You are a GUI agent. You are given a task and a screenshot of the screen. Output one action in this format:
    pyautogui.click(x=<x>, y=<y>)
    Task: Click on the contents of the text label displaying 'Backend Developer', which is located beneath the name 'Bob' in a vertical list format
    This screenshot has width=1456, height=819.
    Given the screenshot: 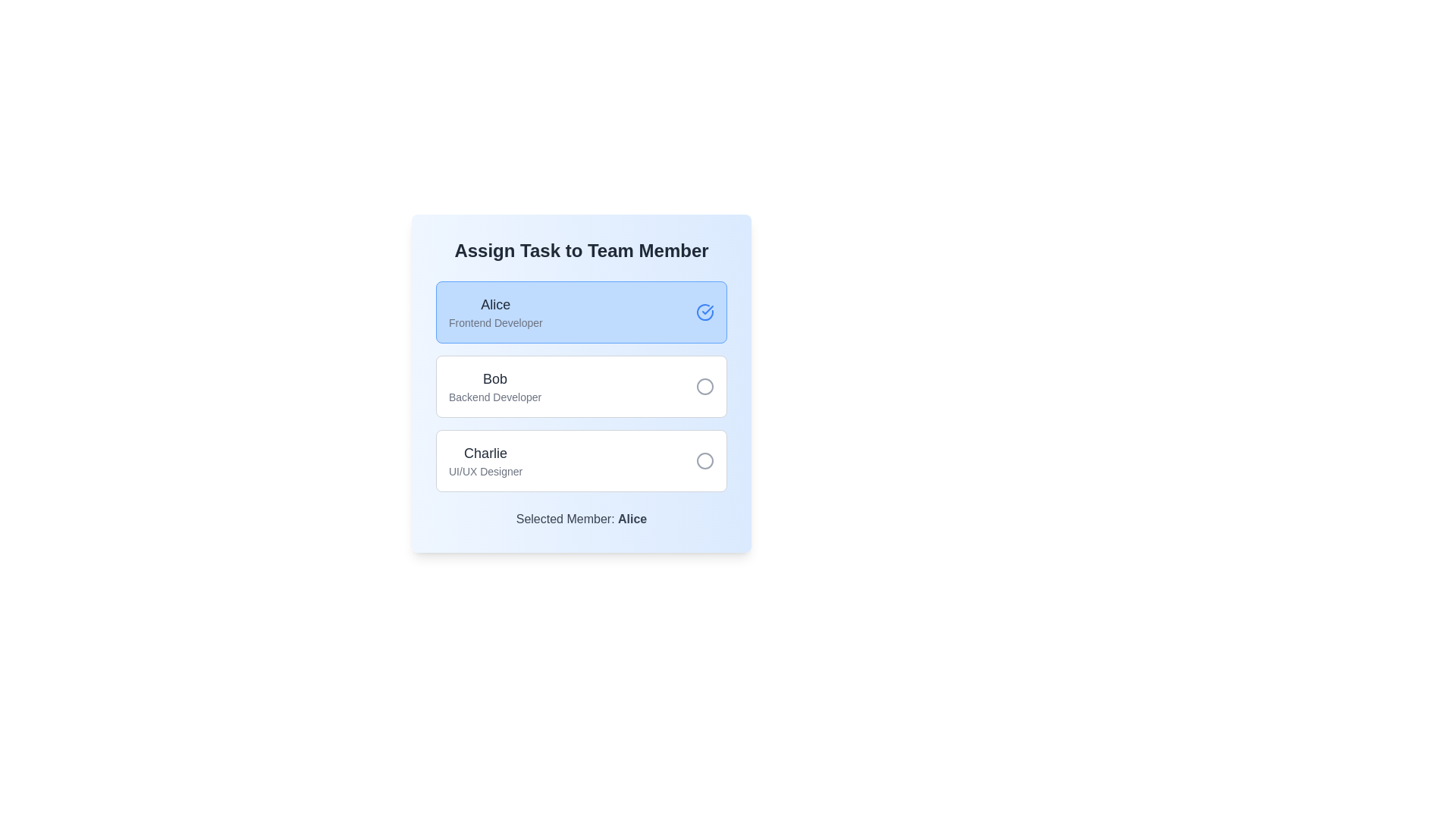 What is the action you would take?
    pyautogui.click(x=495, y=397)
    